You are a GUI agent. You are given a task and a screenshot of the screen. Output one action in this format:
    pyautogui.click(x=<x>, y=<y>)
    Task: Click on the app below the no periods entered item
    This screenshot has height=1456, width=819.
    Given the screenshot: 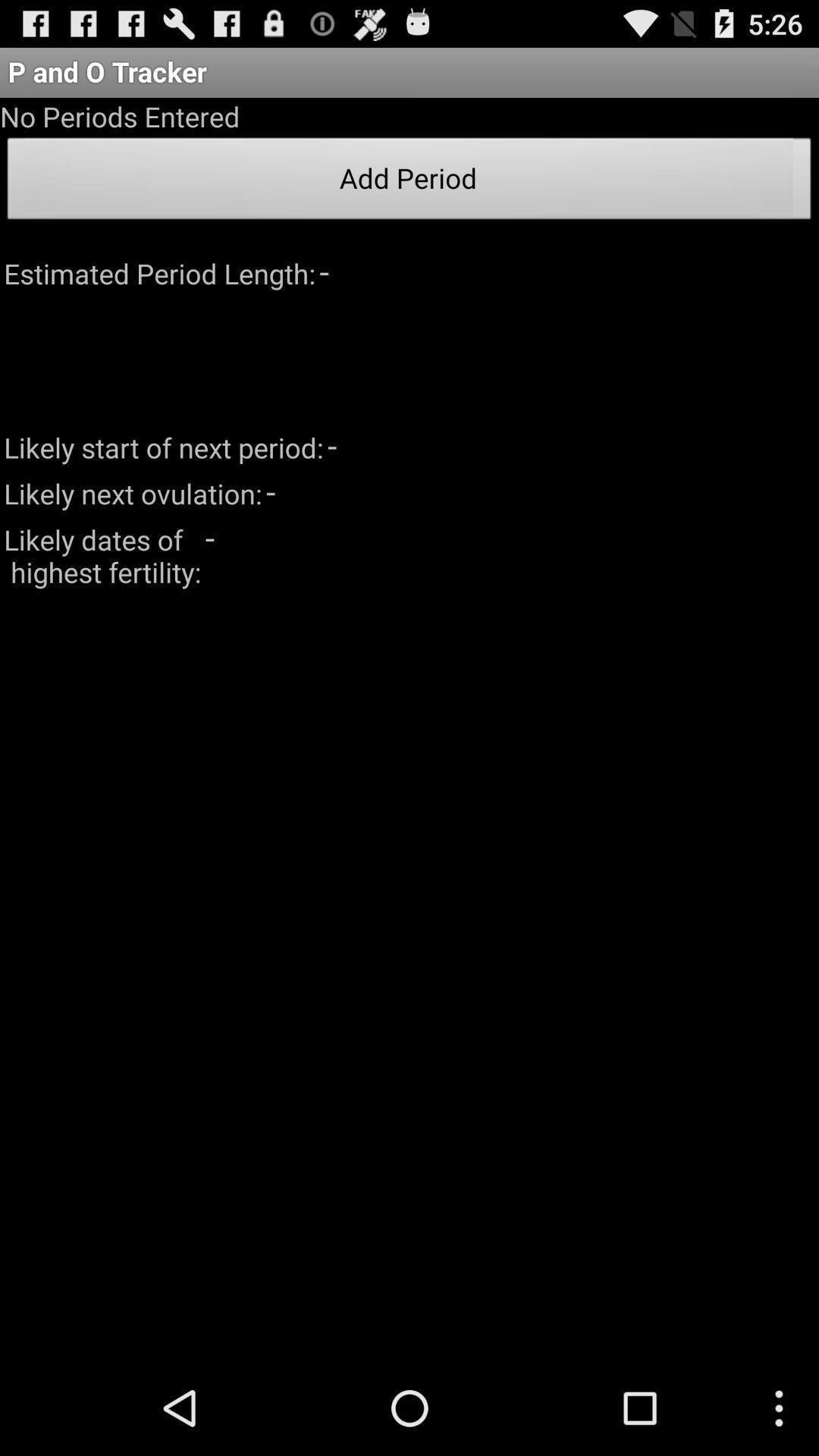 What is the action you would take?
    pyautogui.click(x=409, y=182)
    